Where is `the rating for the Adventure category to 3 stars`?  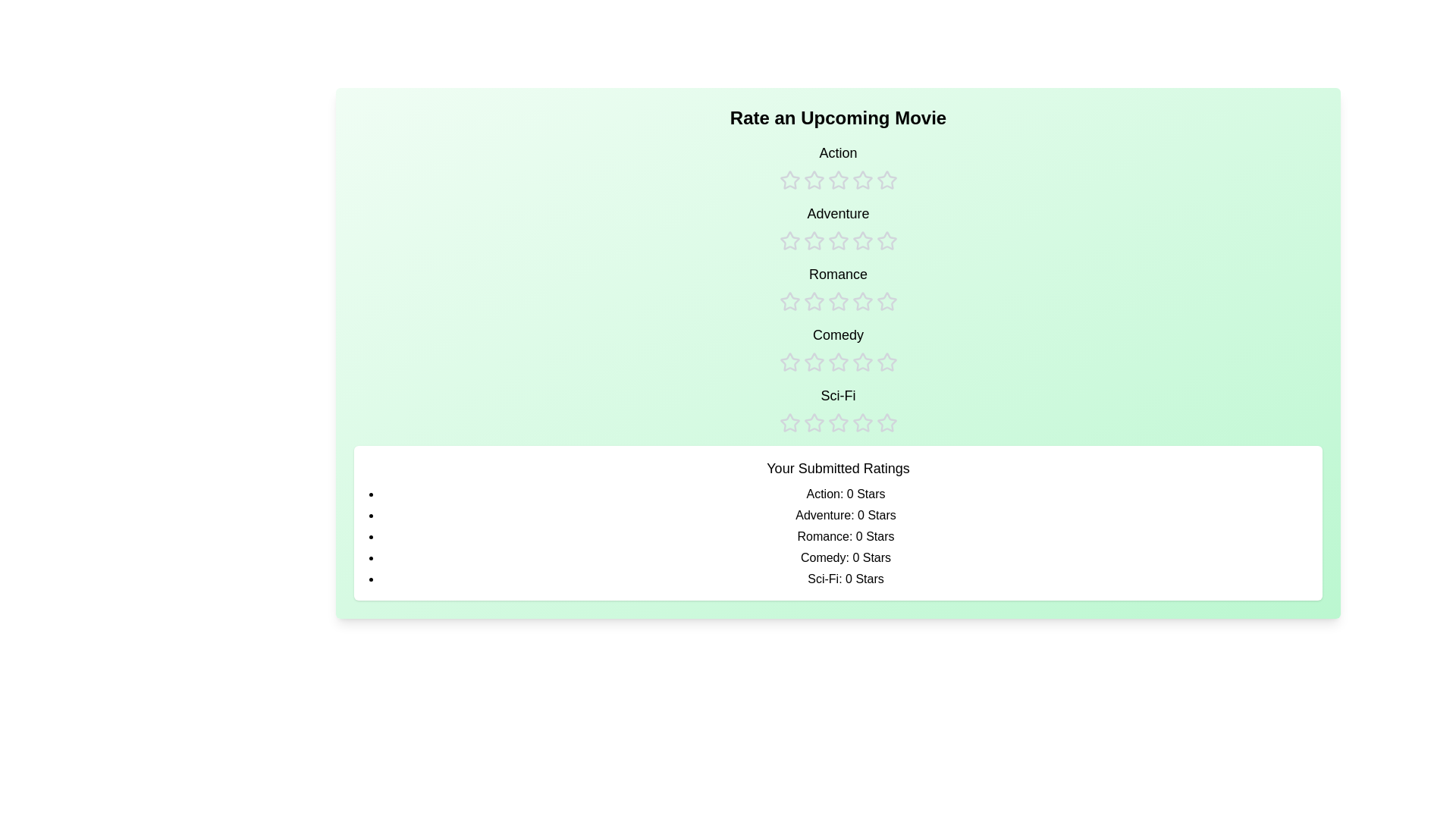
the rating for the Adventure category to 3 stars is located at coordinates (837, 227).